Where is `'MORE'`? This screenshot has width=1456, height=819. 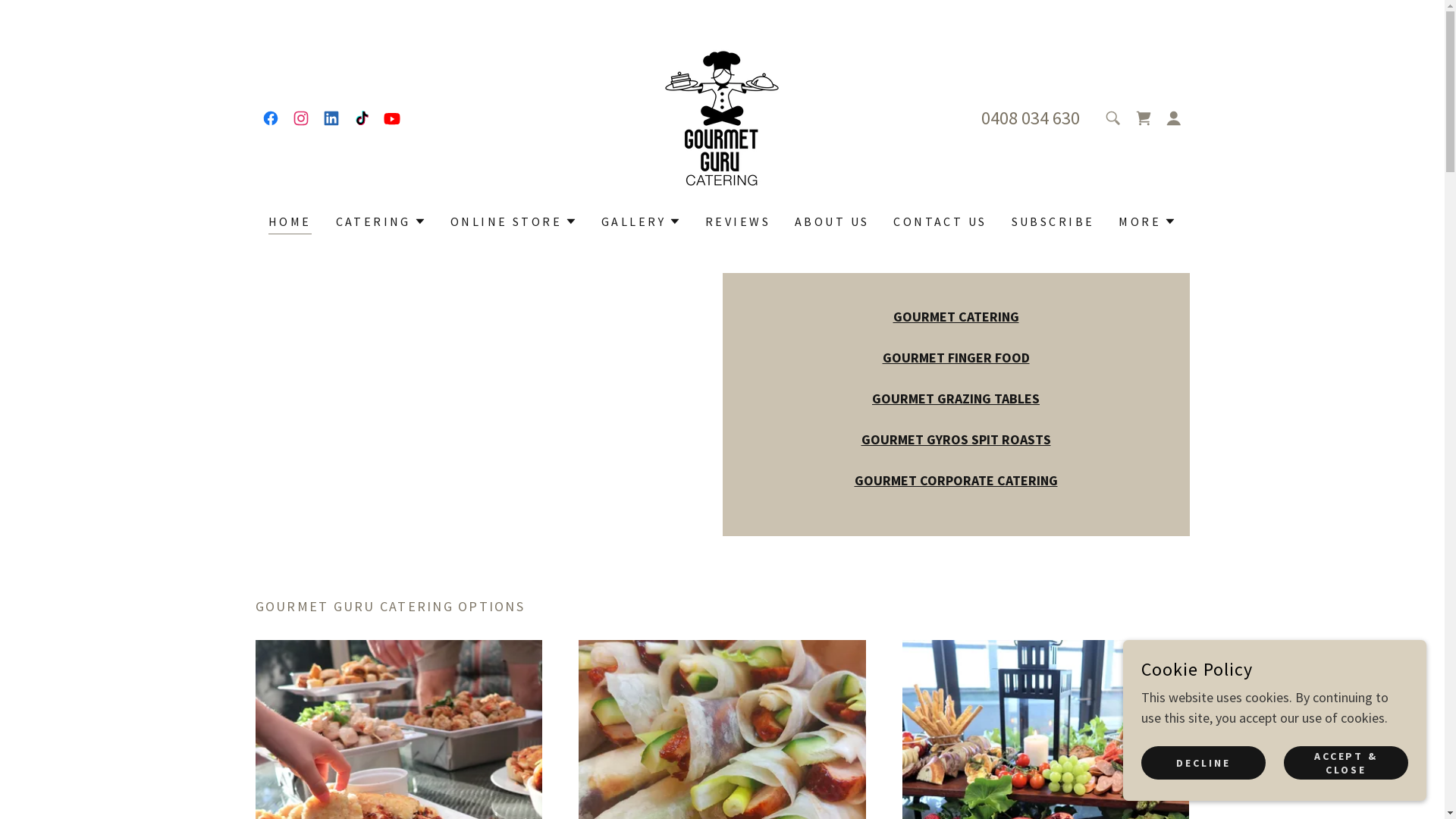
'MORE' is located at coordinates (1147, 221).